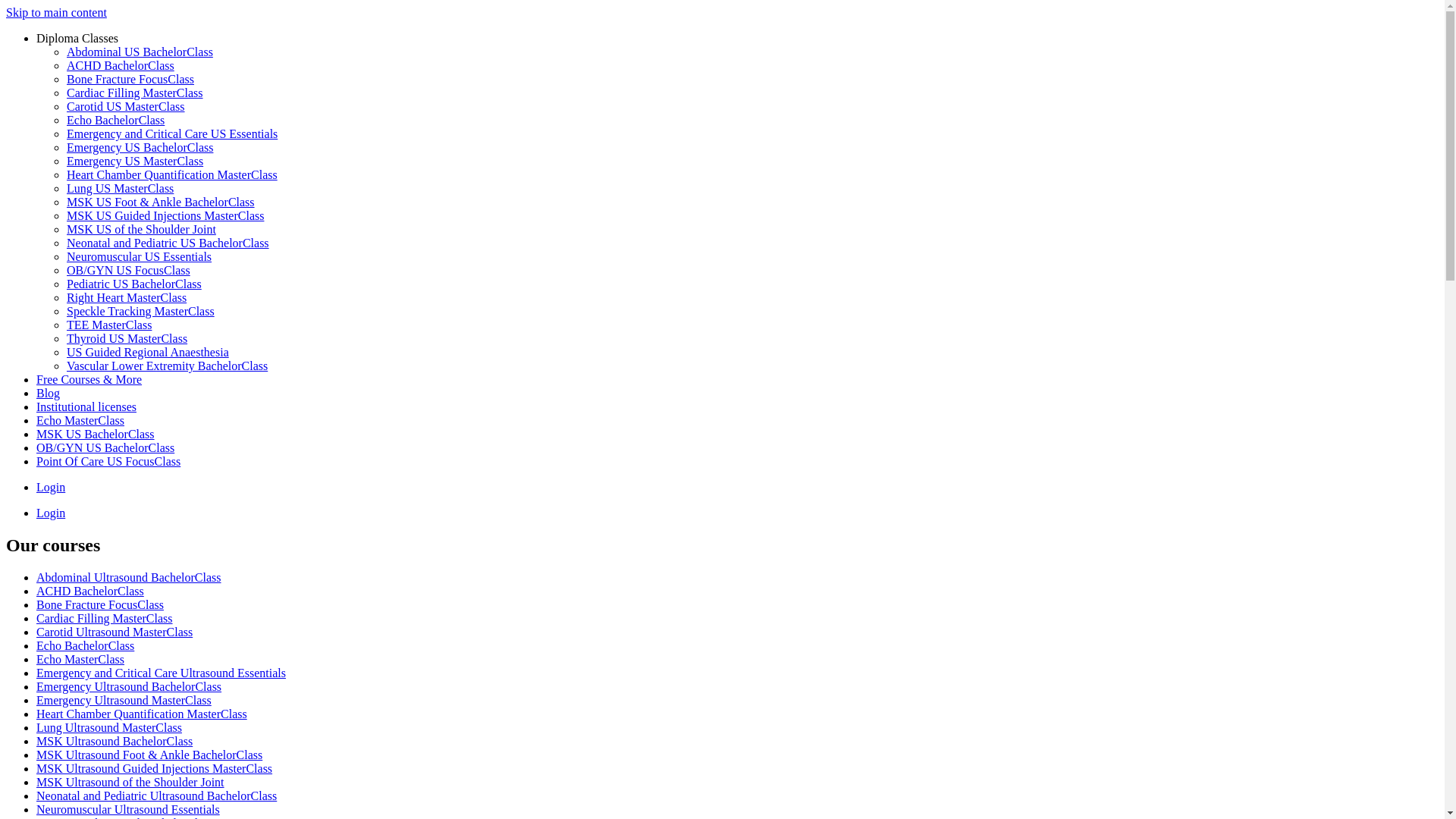  Describe the element at coordinates (127, 337) in the screenshot. I see `'Thyroid US MasterClass'` at that location.